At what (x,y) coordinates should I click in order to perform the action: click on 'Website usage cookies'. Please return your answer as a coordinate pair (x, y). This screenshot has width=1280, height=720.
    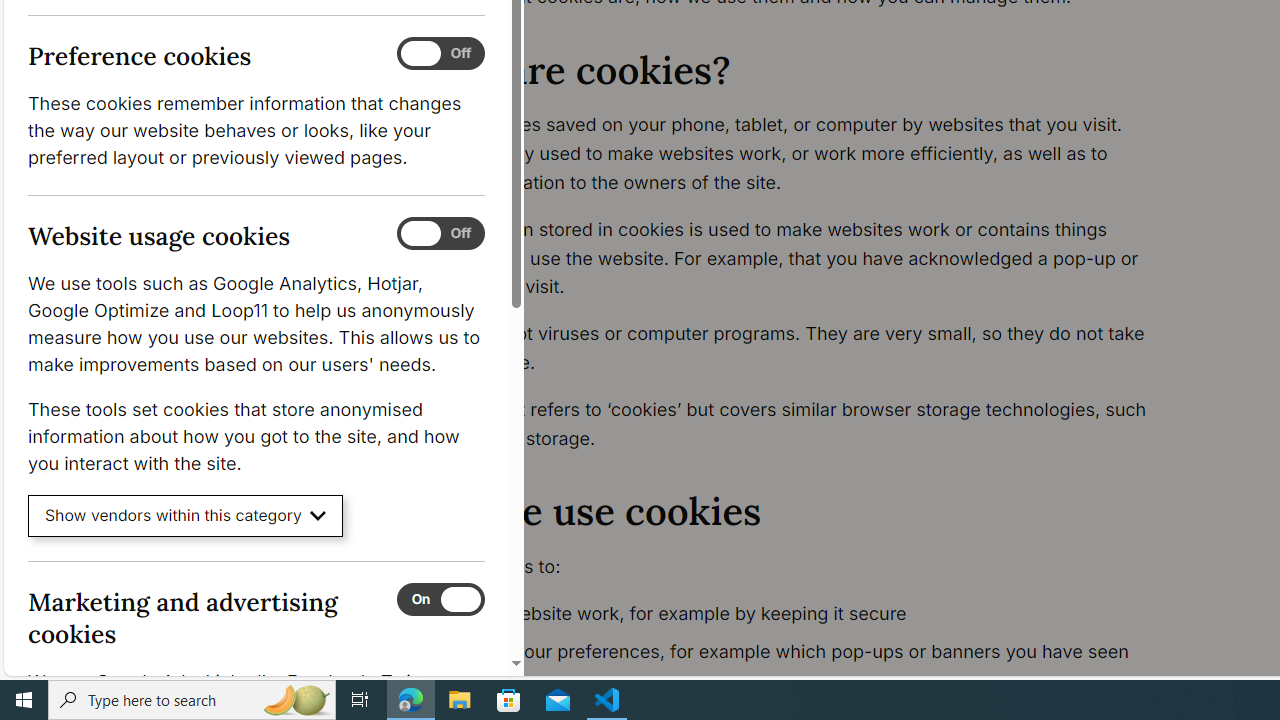
    Looking at the image, I should click on (439, 233).